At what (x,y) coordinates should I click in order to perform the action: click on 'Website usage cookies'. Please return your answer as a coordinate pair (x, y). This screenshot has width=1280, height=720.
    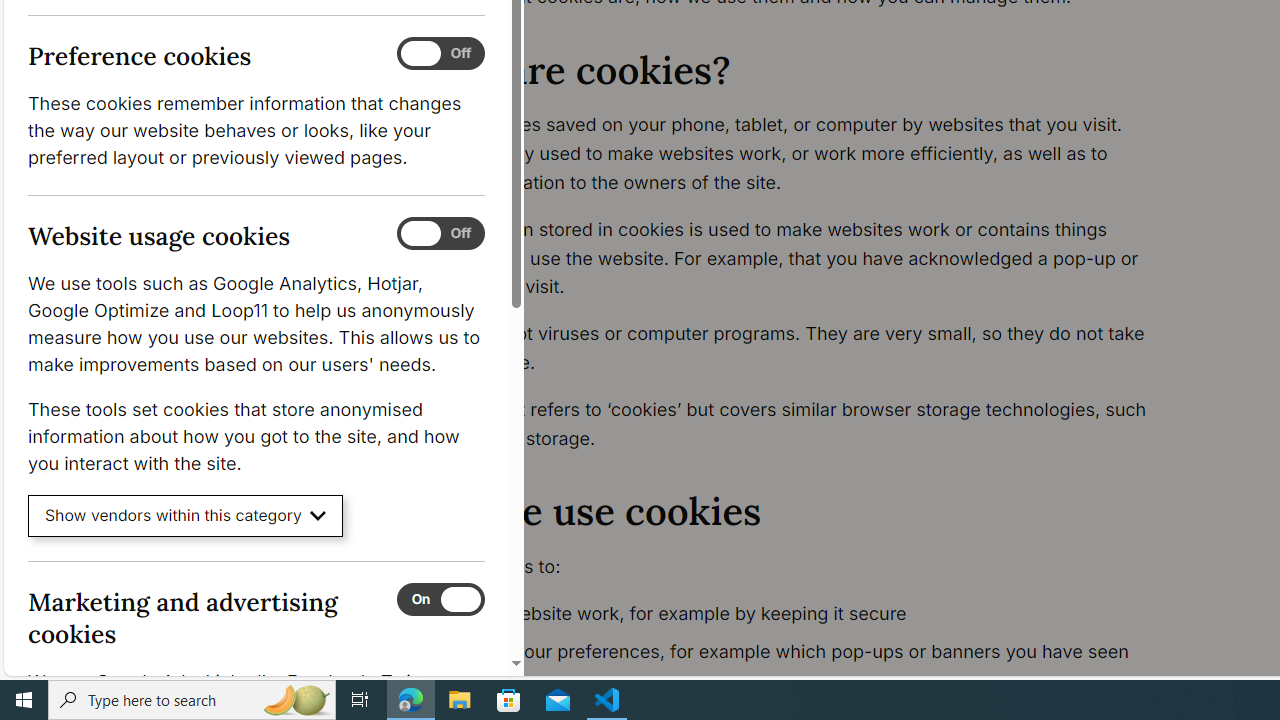
    Looking at the image, I should click on (439, 233).